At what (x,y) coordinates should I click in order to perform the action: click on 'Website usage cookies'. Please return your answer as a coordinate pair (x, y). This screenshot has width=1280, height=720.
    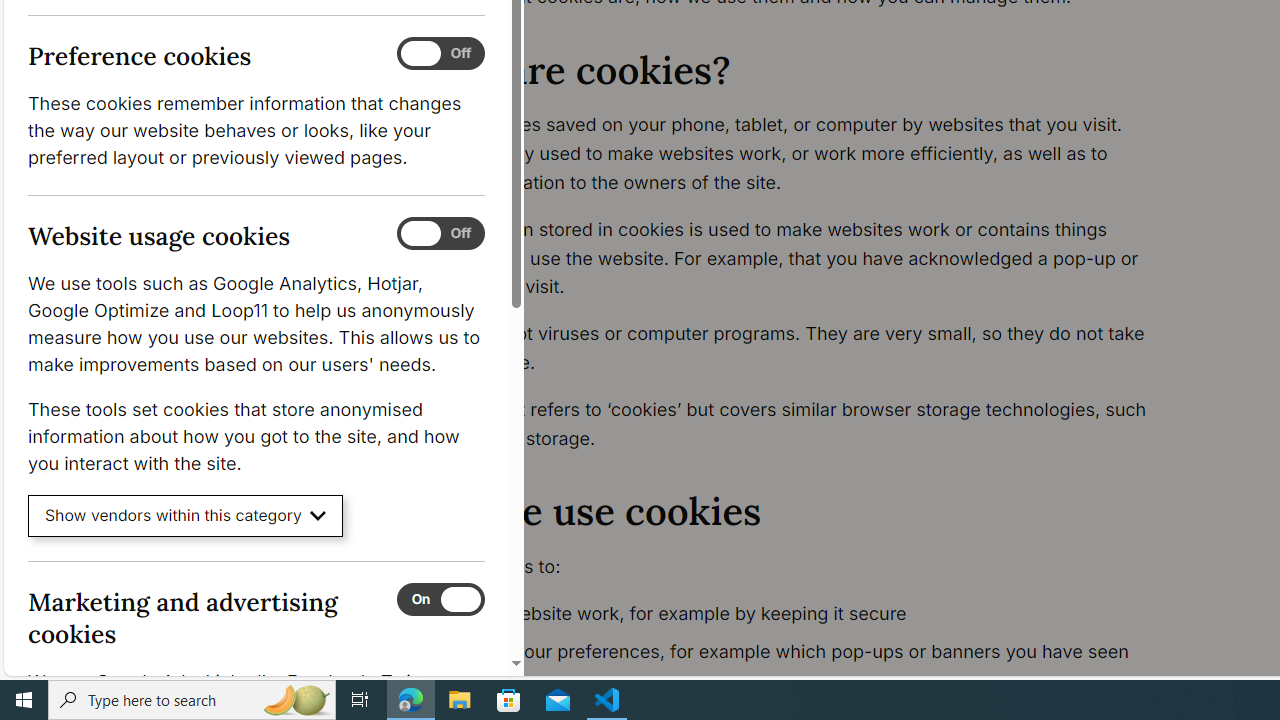
    Looking at the image, I should click on (439, 233).